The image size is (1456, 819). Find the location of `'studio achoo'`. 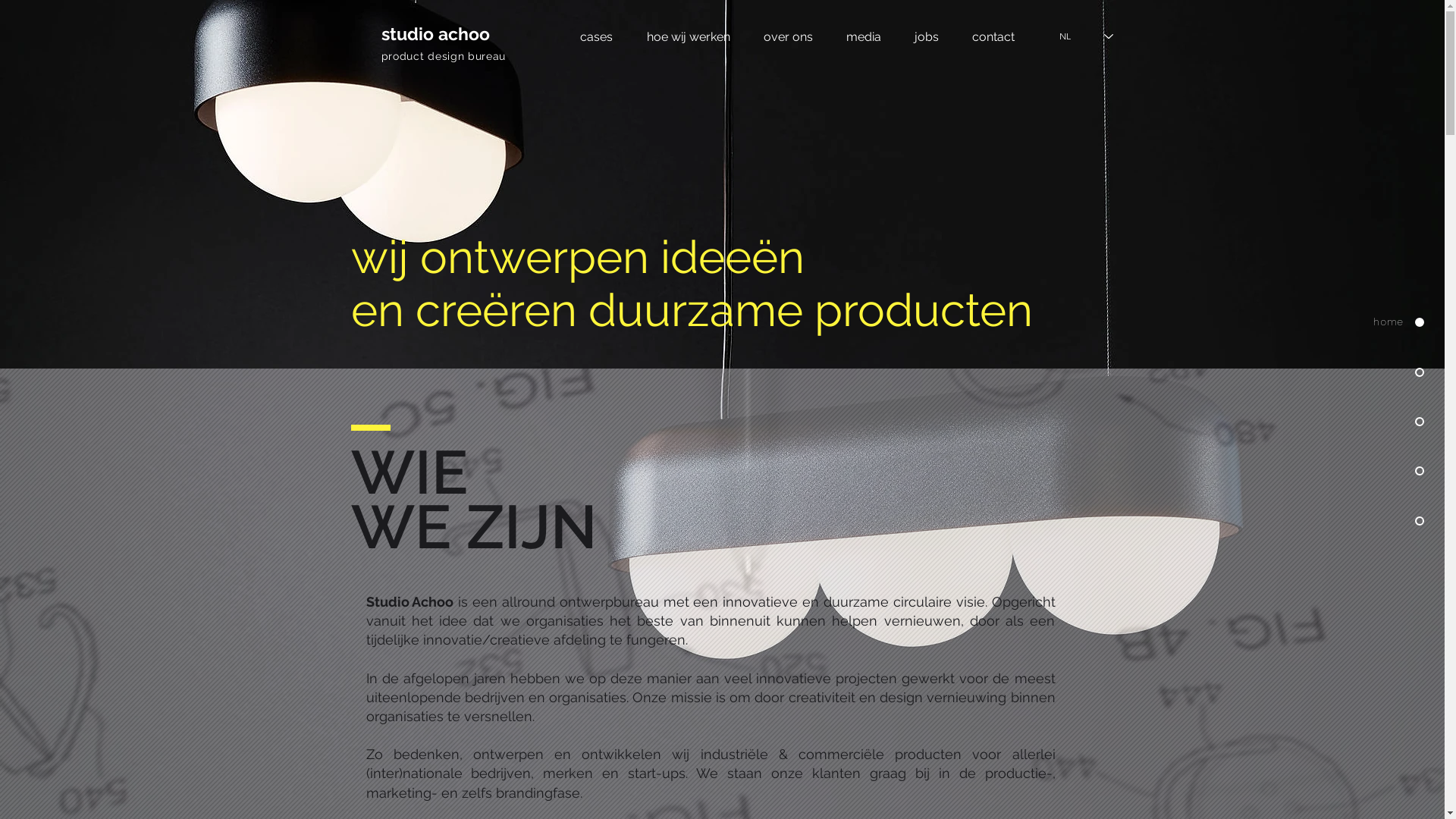

'studio achoo' is located at coordinates (434, 33).